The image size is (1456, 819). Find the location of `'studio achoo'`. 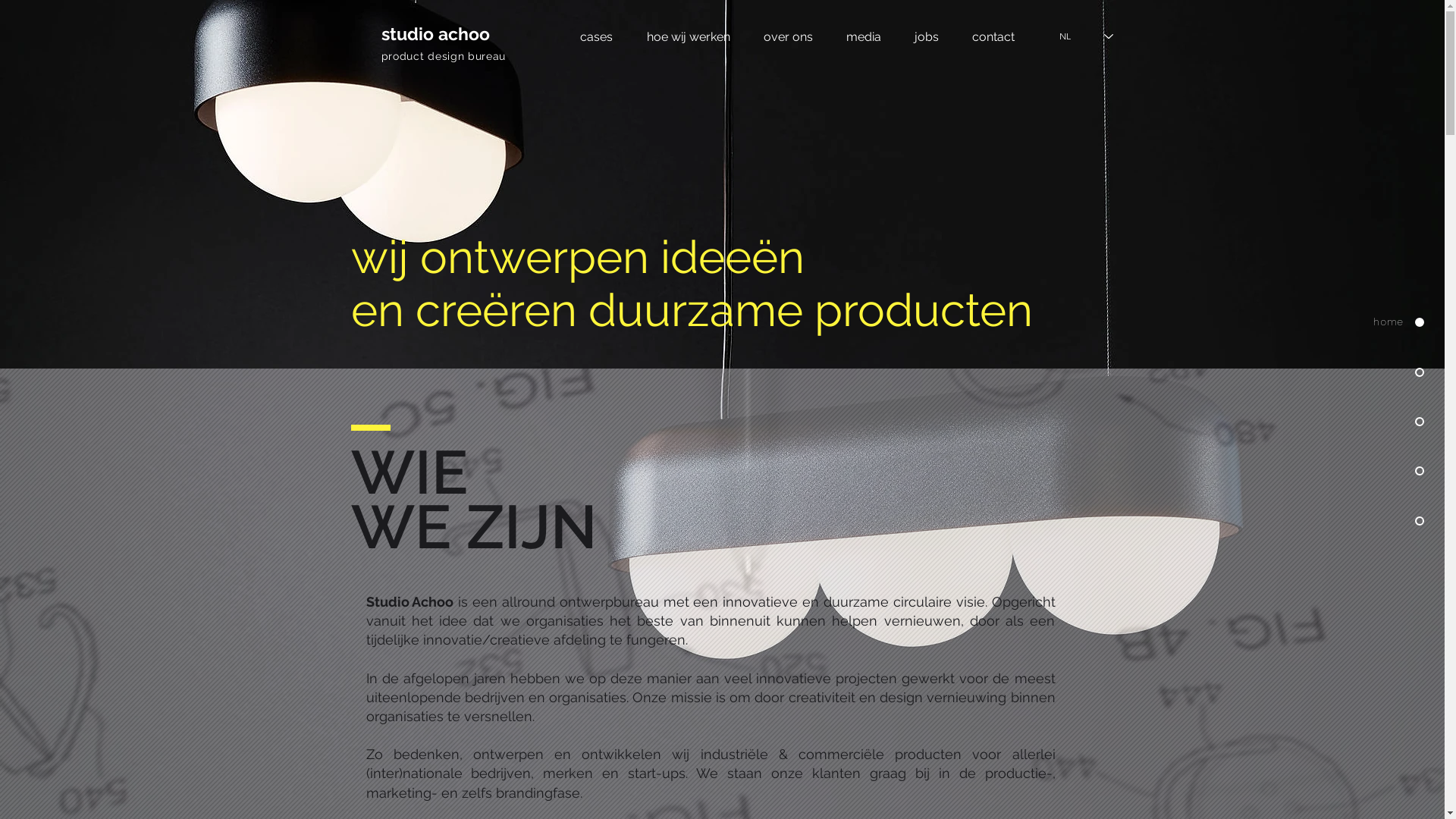

'studio achoo' is located at coordinates (434, 33).